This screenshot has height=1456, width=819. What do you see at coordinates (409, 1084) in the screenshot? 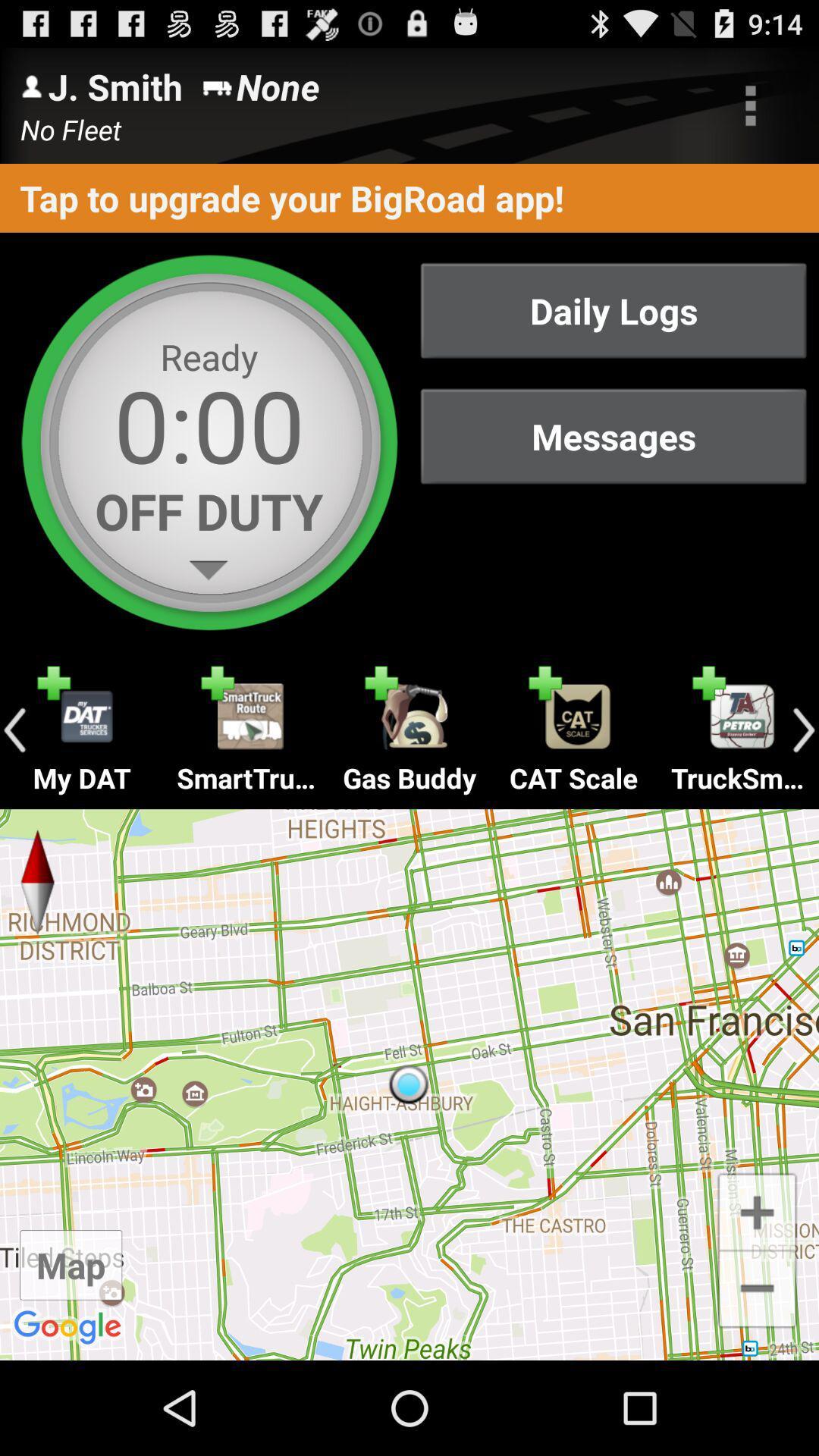
I see `item at the bottom` at bounding box center [409, 1084].